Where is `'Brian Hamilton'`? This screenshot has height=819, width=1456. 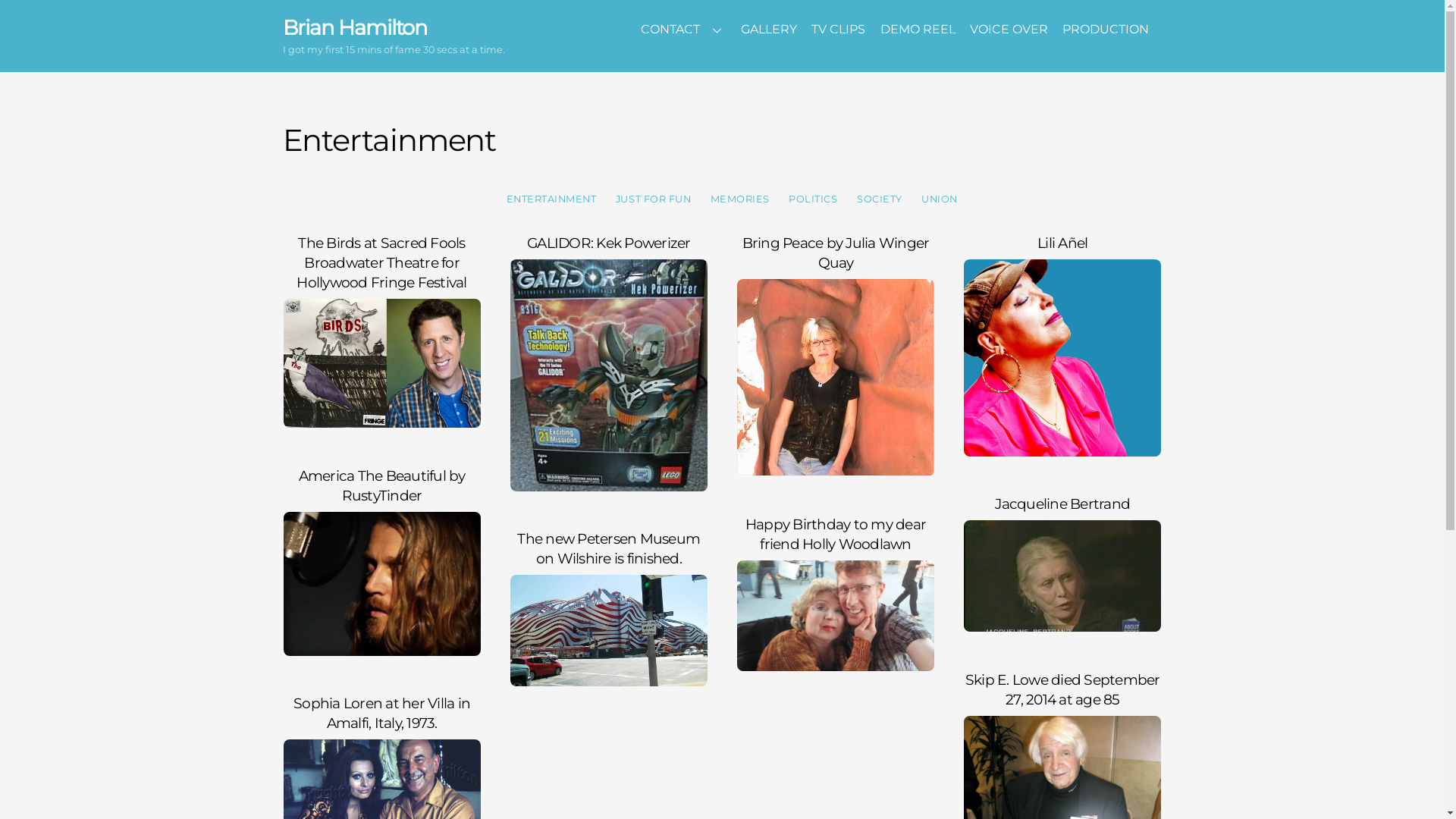
'Brian Hamilton' is located at coordinates (353, 27).